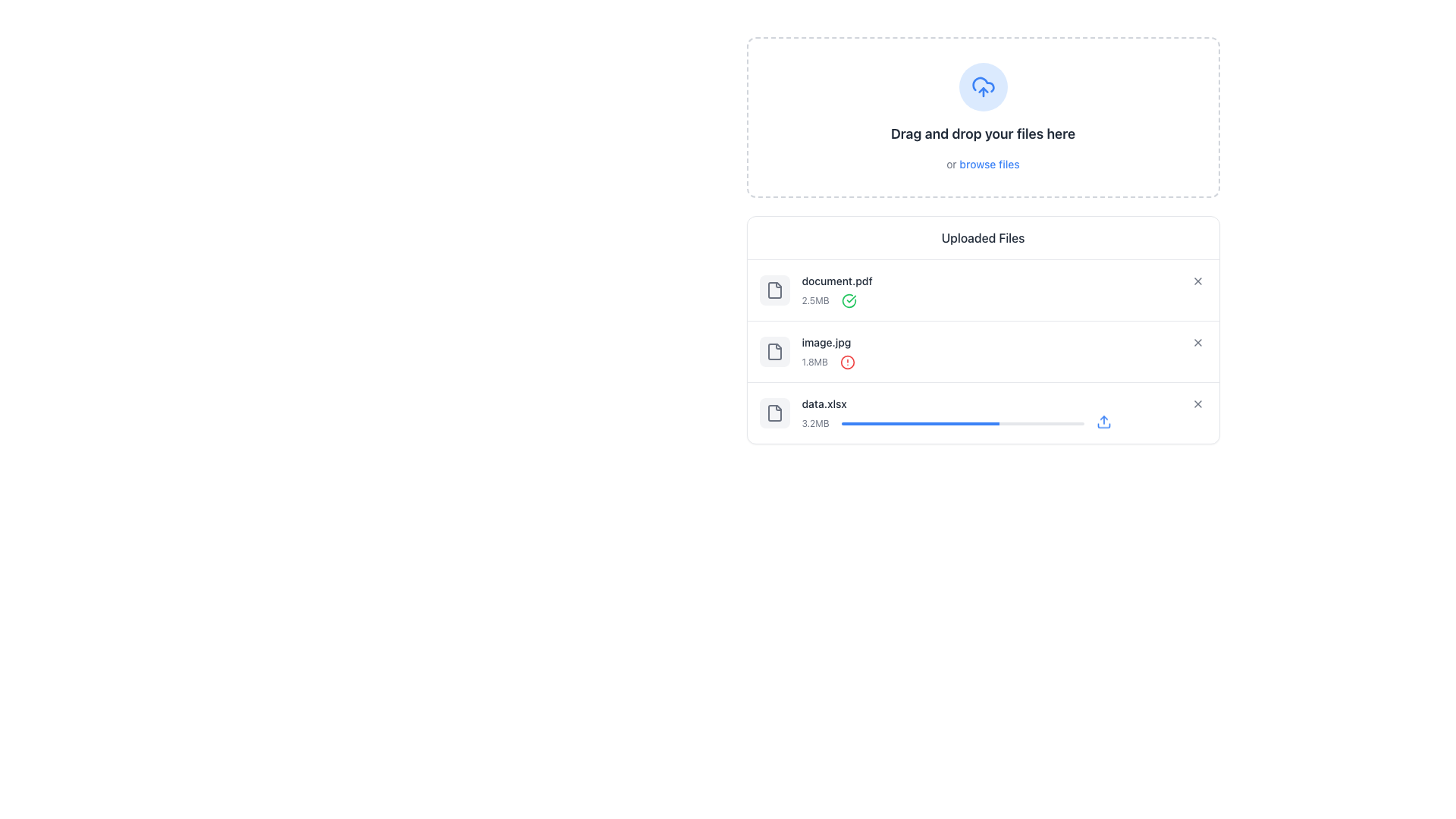 This screenshot has width=1456, height=819. What do you see at coordinates (983, 116) in the screenshot?
I see `the 'browse files' link within the File upload zone, which is characterized by its dashed borders and rounded corners, located at the top of the component hierarchy` at bounding box center [983, 116].